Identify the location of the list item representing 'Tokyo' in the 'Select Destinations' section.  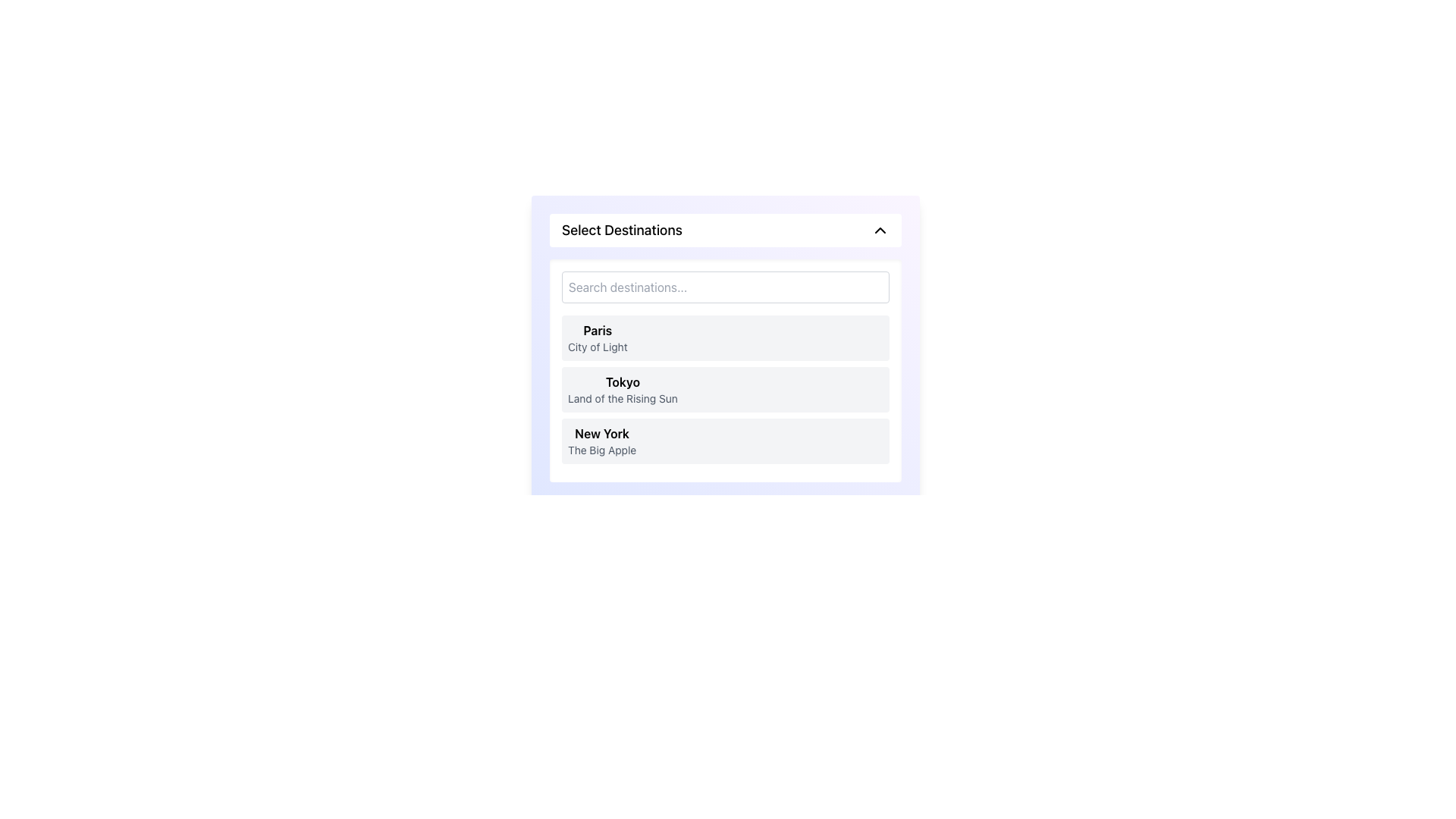
(623, 388).